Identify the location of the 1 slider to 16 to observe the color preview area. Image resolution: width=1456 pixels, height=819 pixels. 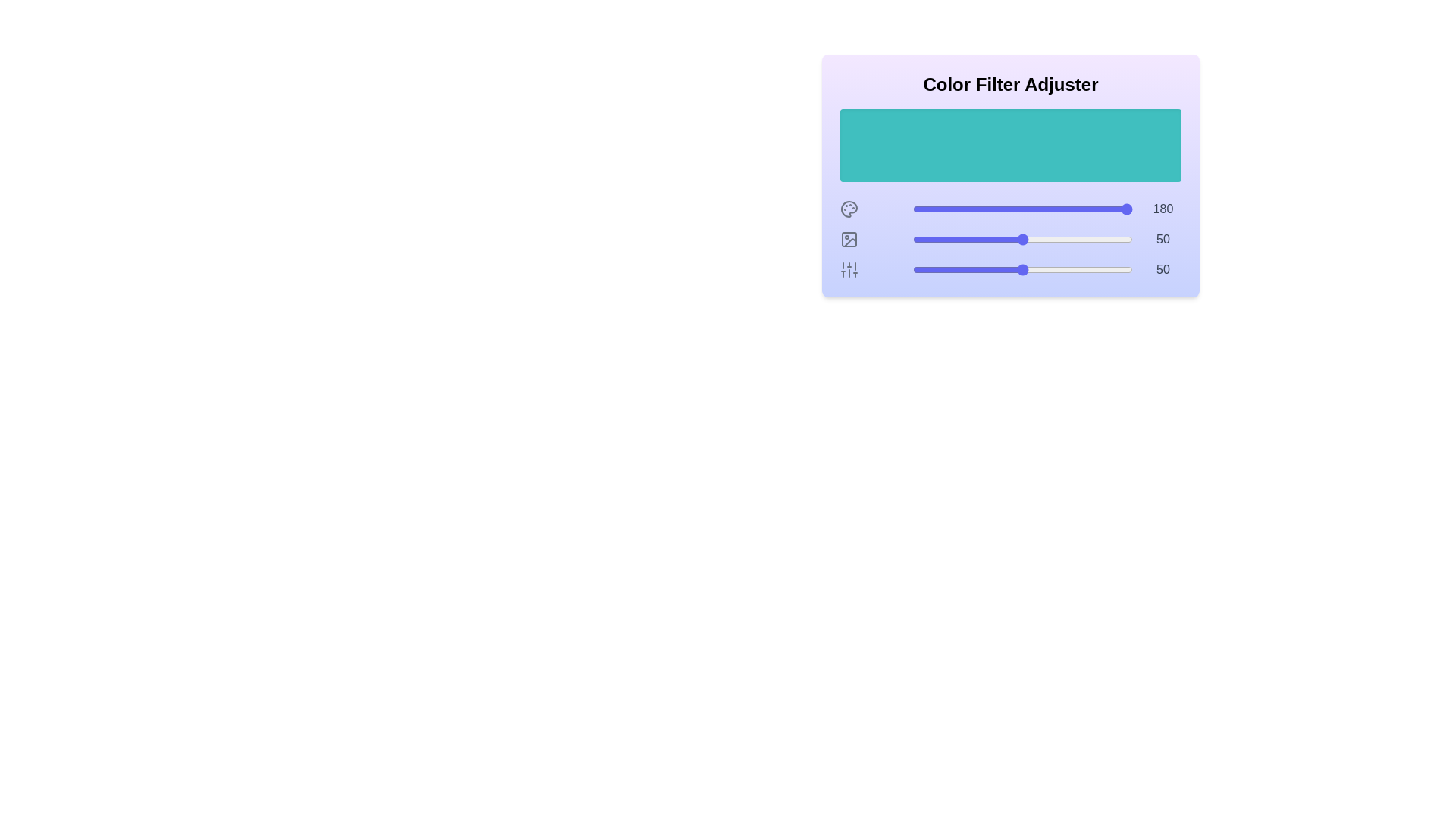
(947, 239).